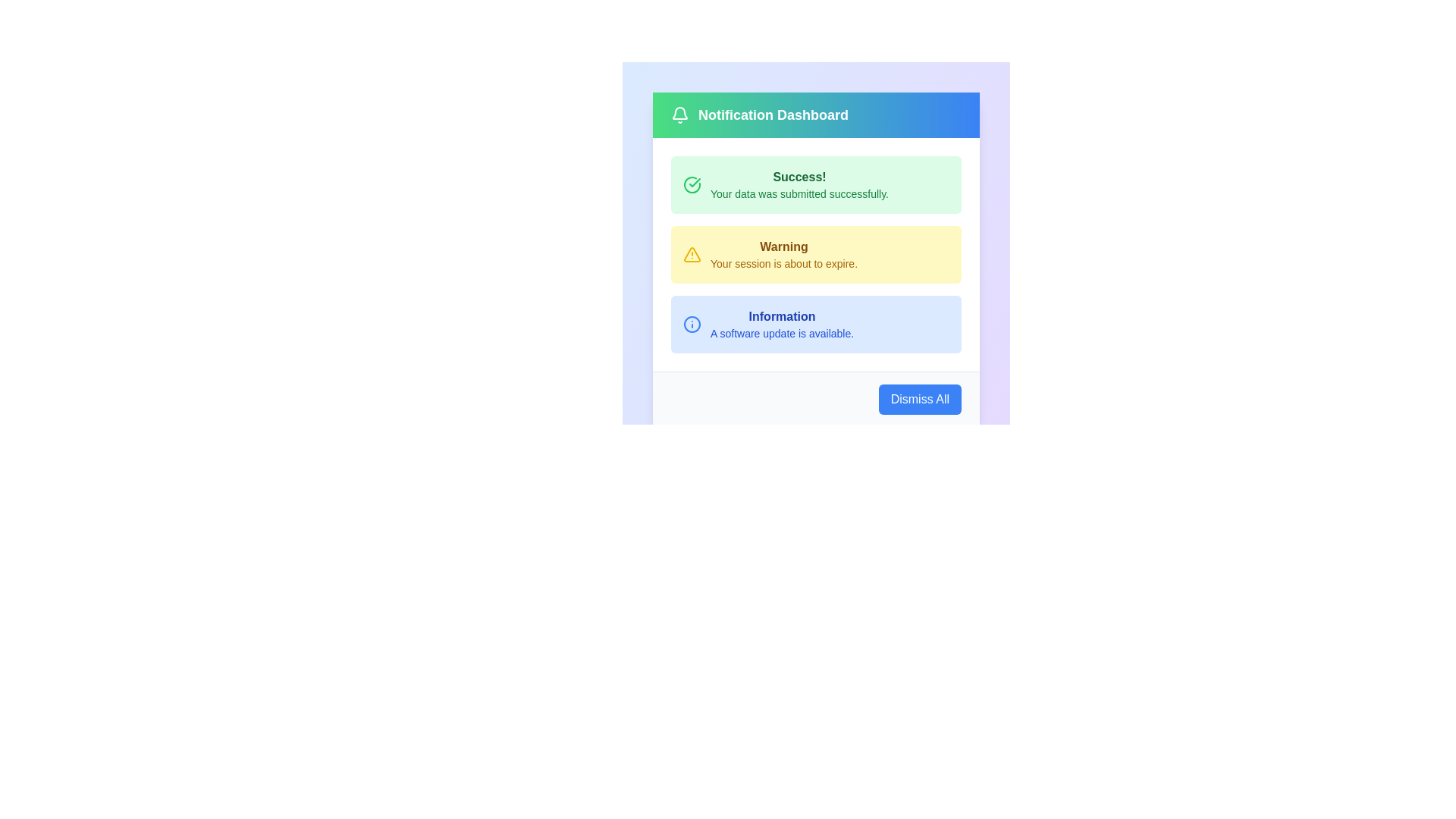  Describe the element at coordinates (815, 234) in the screenshot. I see `the Notification Card that serves as a warning notification, located between the green 'Success' notification and the blue 'Information' notification in the main notification panel` at that location.